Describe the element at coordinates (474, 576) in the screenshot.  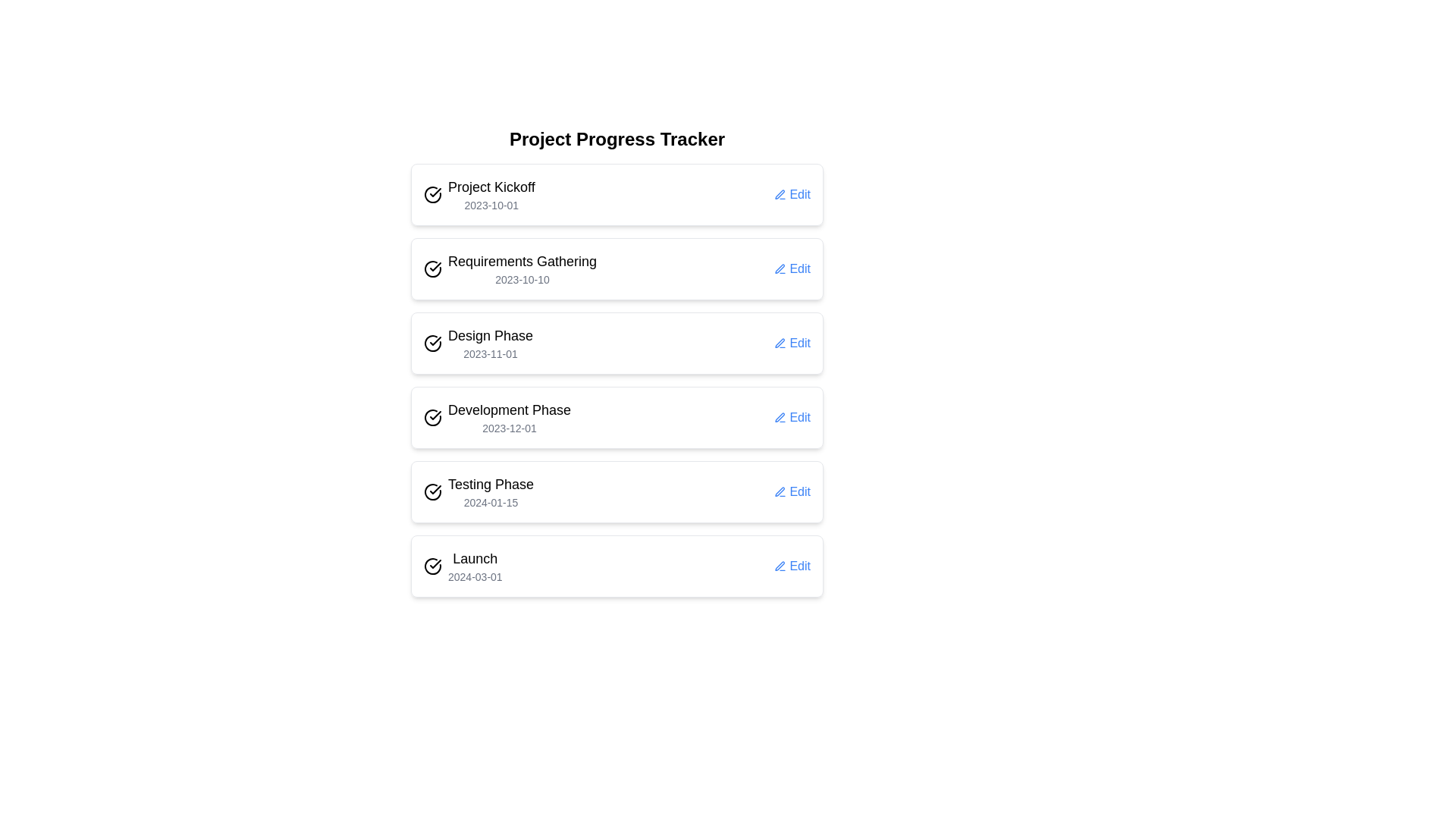
I see `the text label containing the date '2024-03-01' located at the bottom section of the page, beneath the title 'Launch' in the last task card labeled 'Launch'` at that location.